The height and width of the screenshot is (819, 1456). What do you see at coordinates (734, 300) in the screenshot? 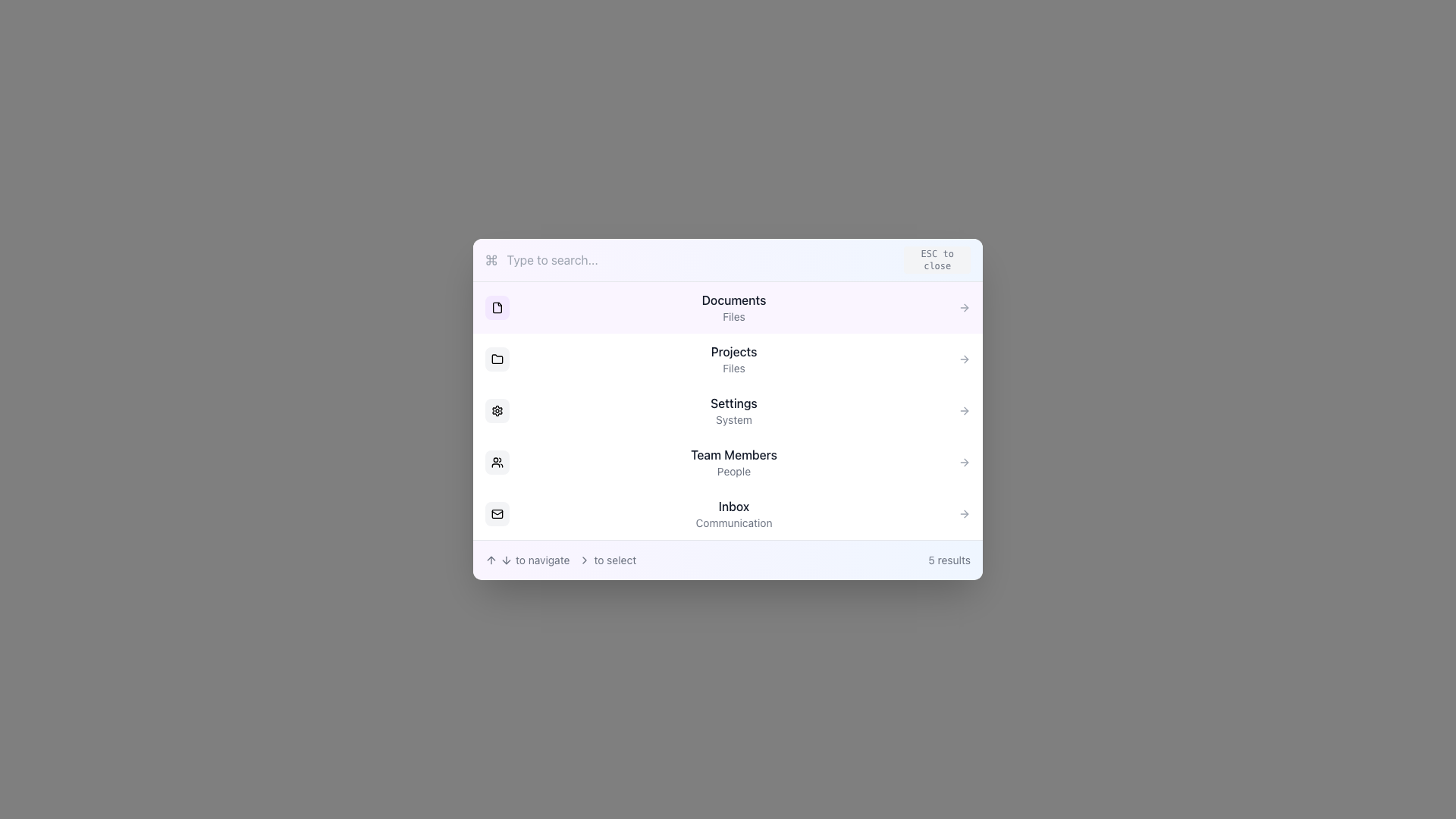
I see `main title label for the first menu item, which directs the user to the section related to documents, positioned above the text 'Files'` at bounding box center [734, 300].